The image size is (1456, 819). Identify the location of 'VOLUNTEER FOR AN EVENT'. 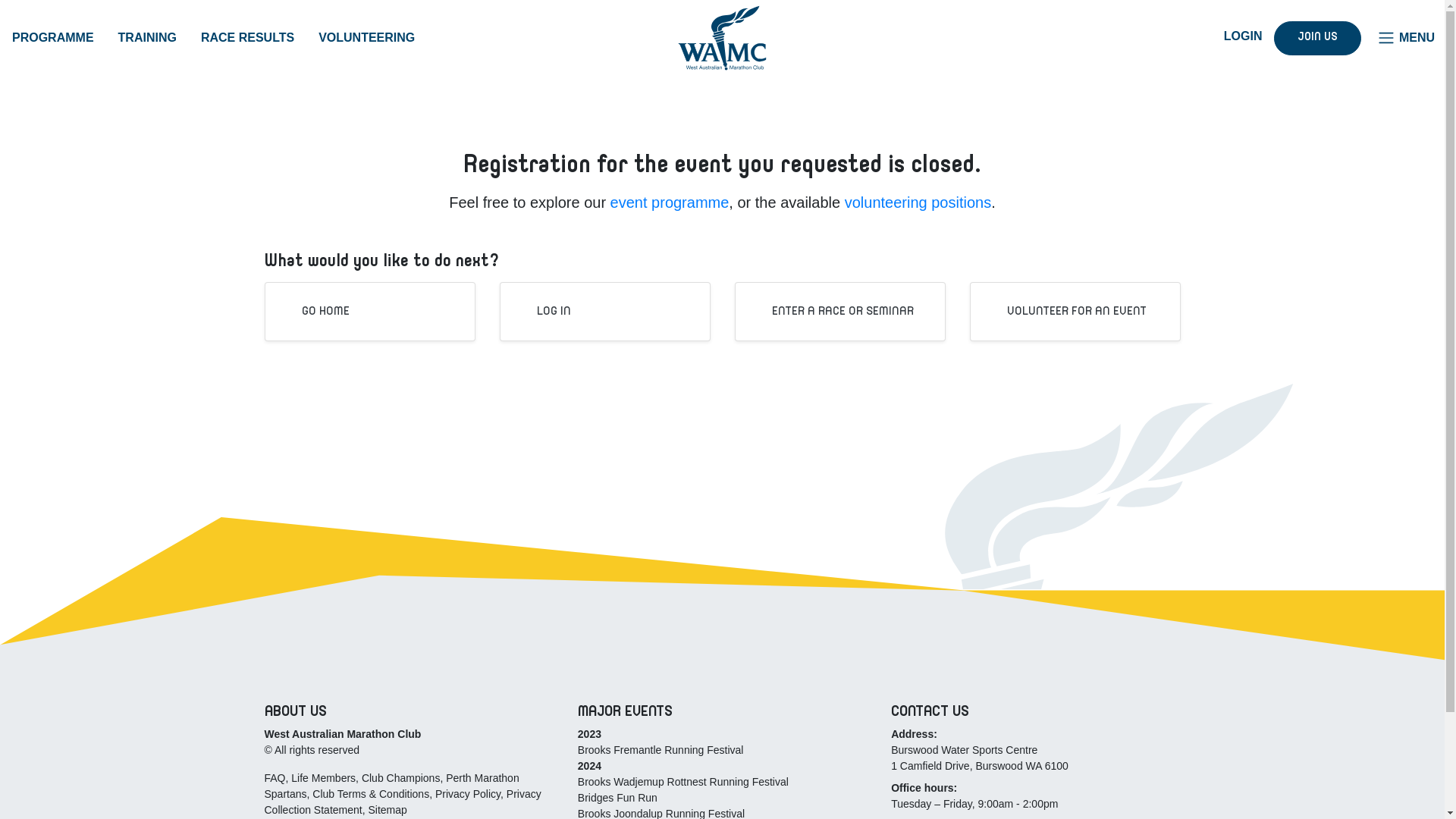
(1065, 311).